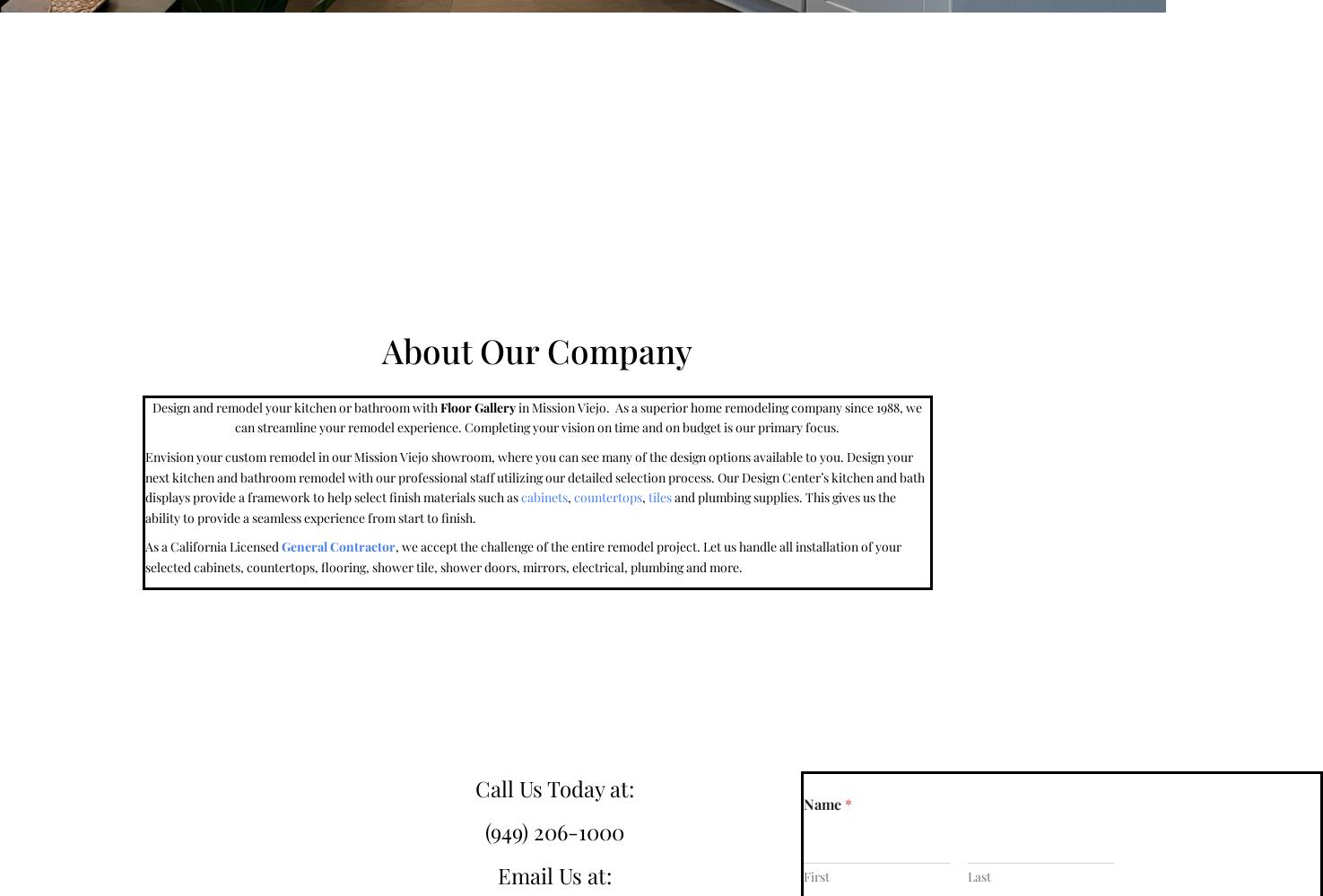 Image resolution: width=1323 pixels, height=896 pixels. Describe the element at coordinates (814, 874) in the screenshot. I see `'First'` at that location.